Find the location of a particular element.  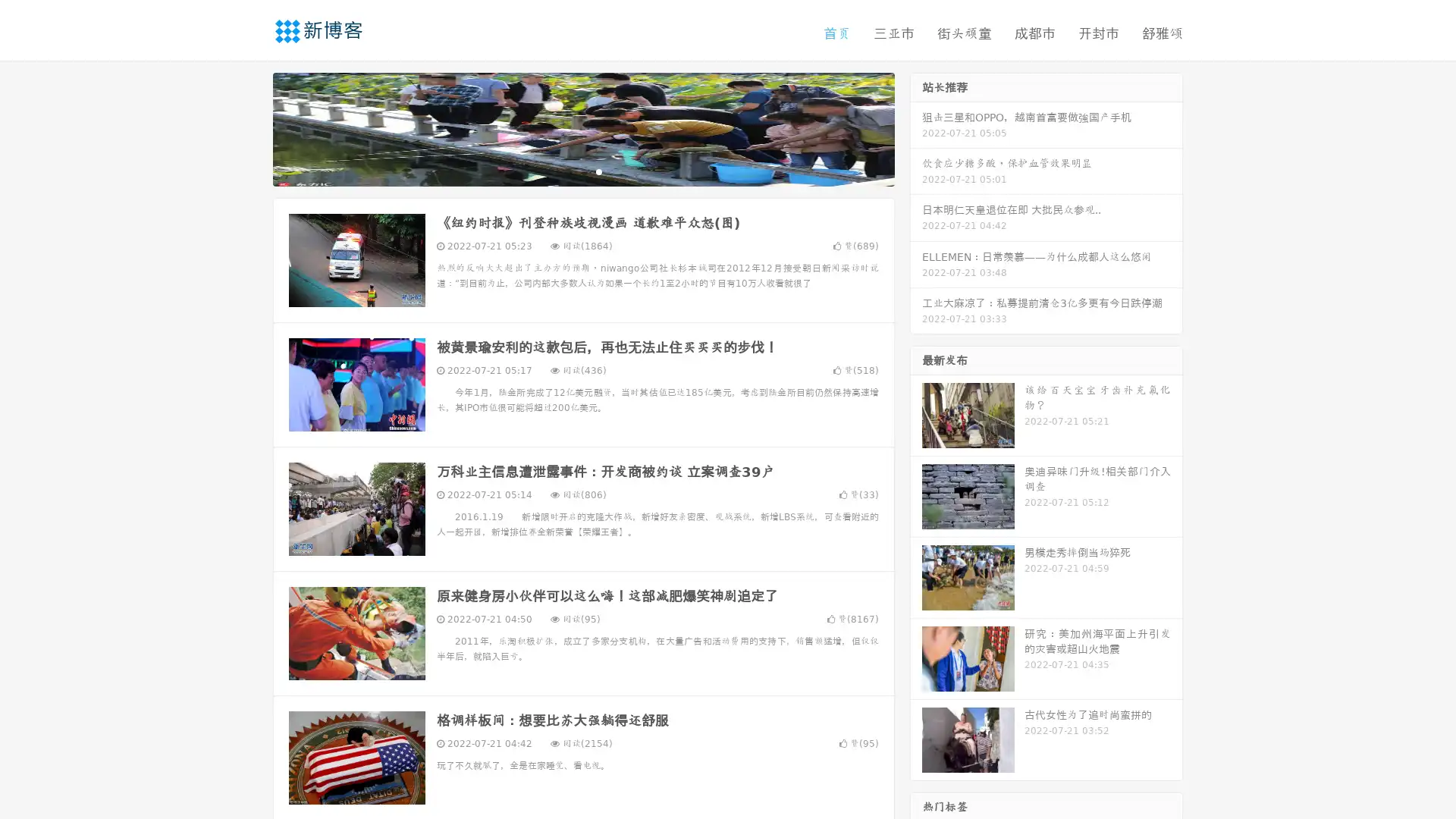

Next slide is located at coordinates (916, 127).